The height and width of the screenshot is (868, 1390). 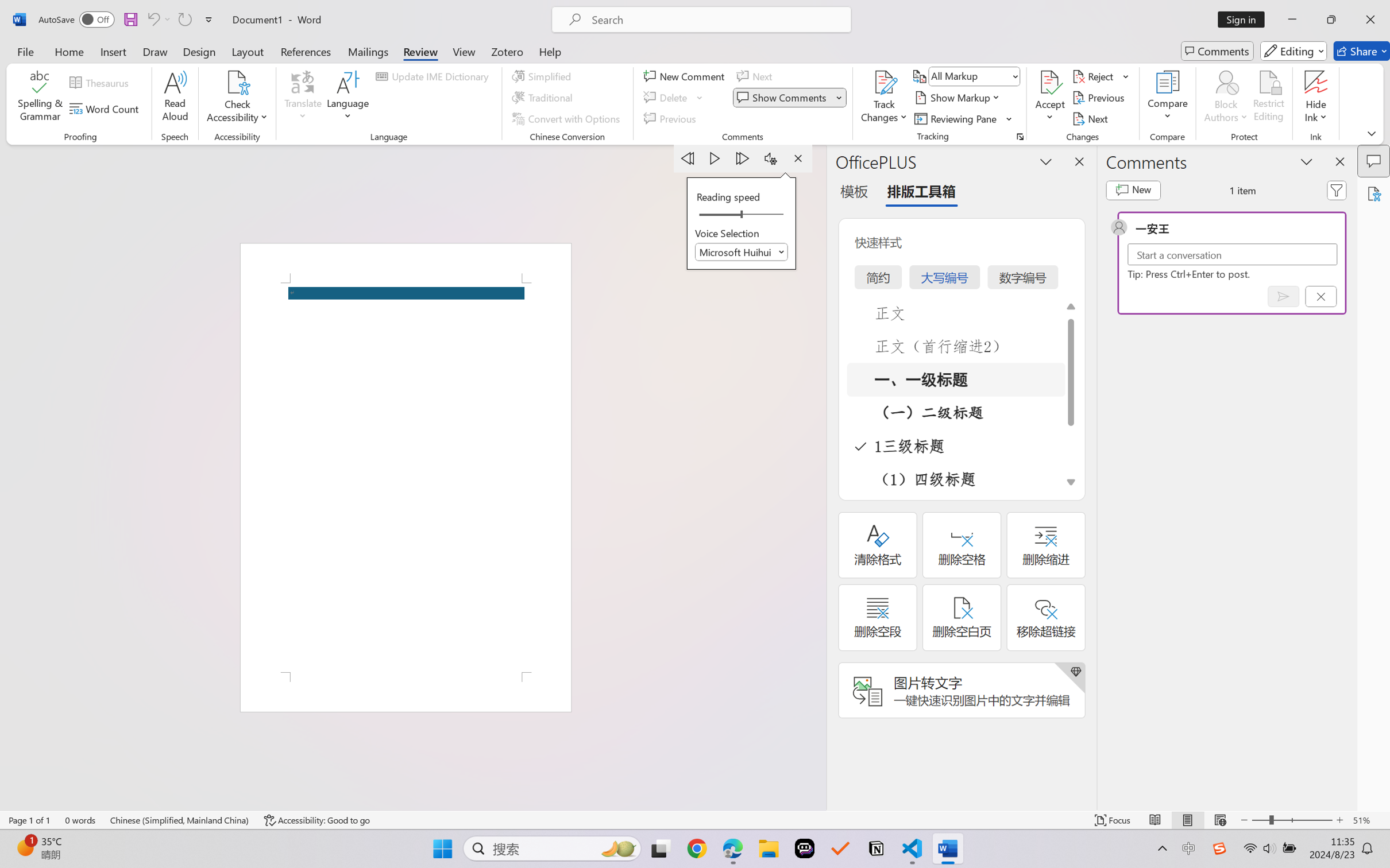 What do you see at coordinates (542, 75) in the screenshot?
I see `'Simplified'` at bounding box center [542, 75].